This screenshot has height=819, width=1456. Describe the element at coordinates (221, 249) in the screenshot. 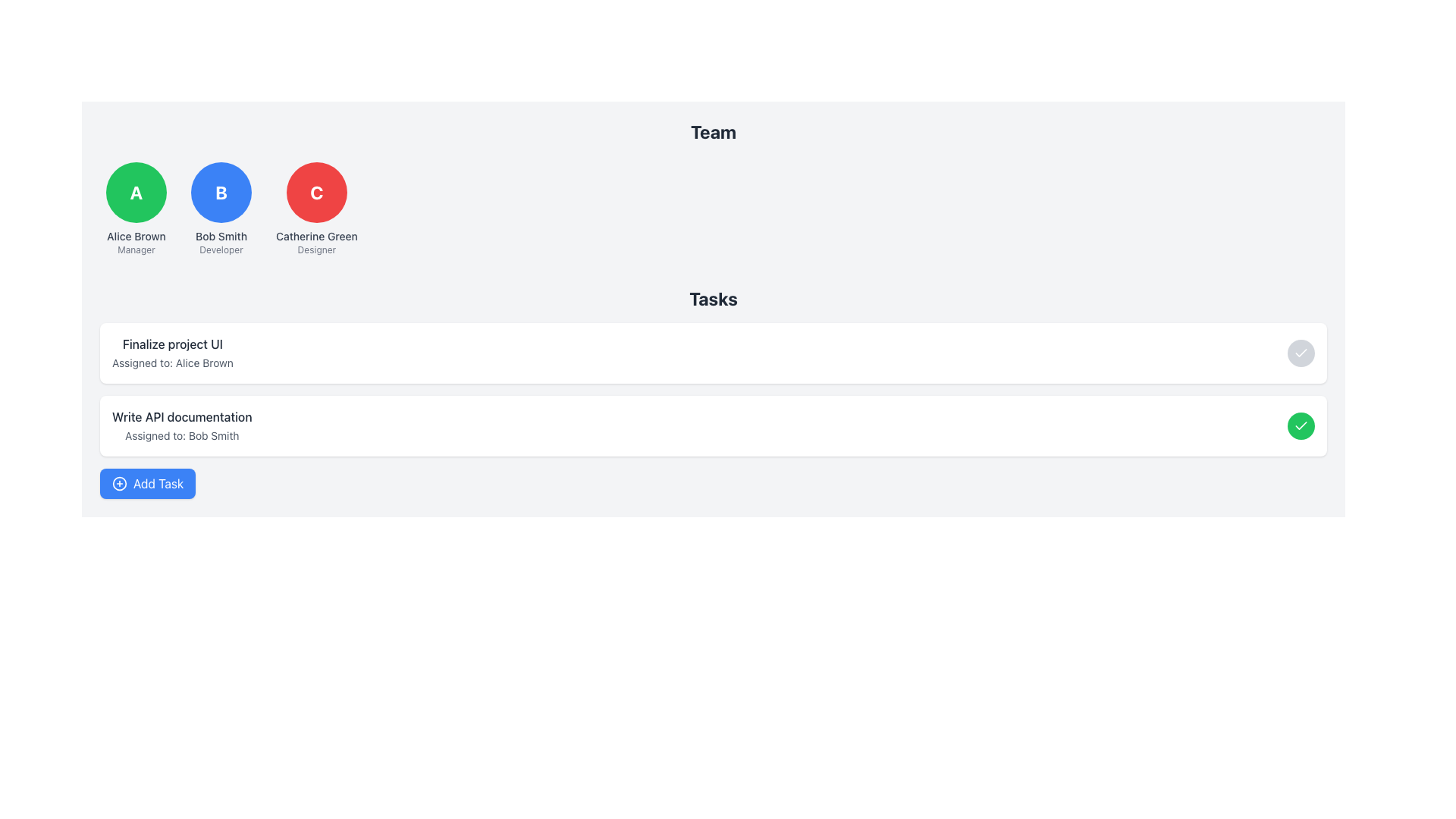

I see `the 'Developer' text label, which is a small, gray-texted label displayed below the name 'Bob Smith' in a team member column` at that location.